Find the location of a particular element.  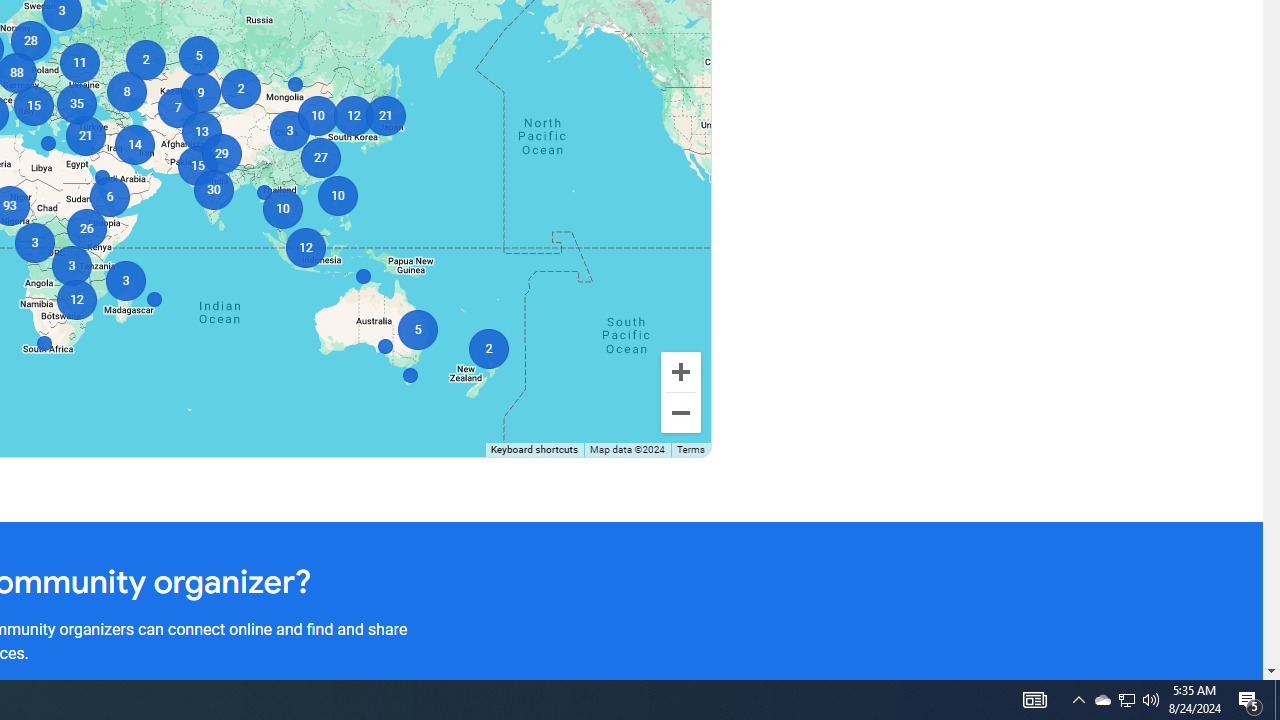

'5' is located at coordinates (198, 55).